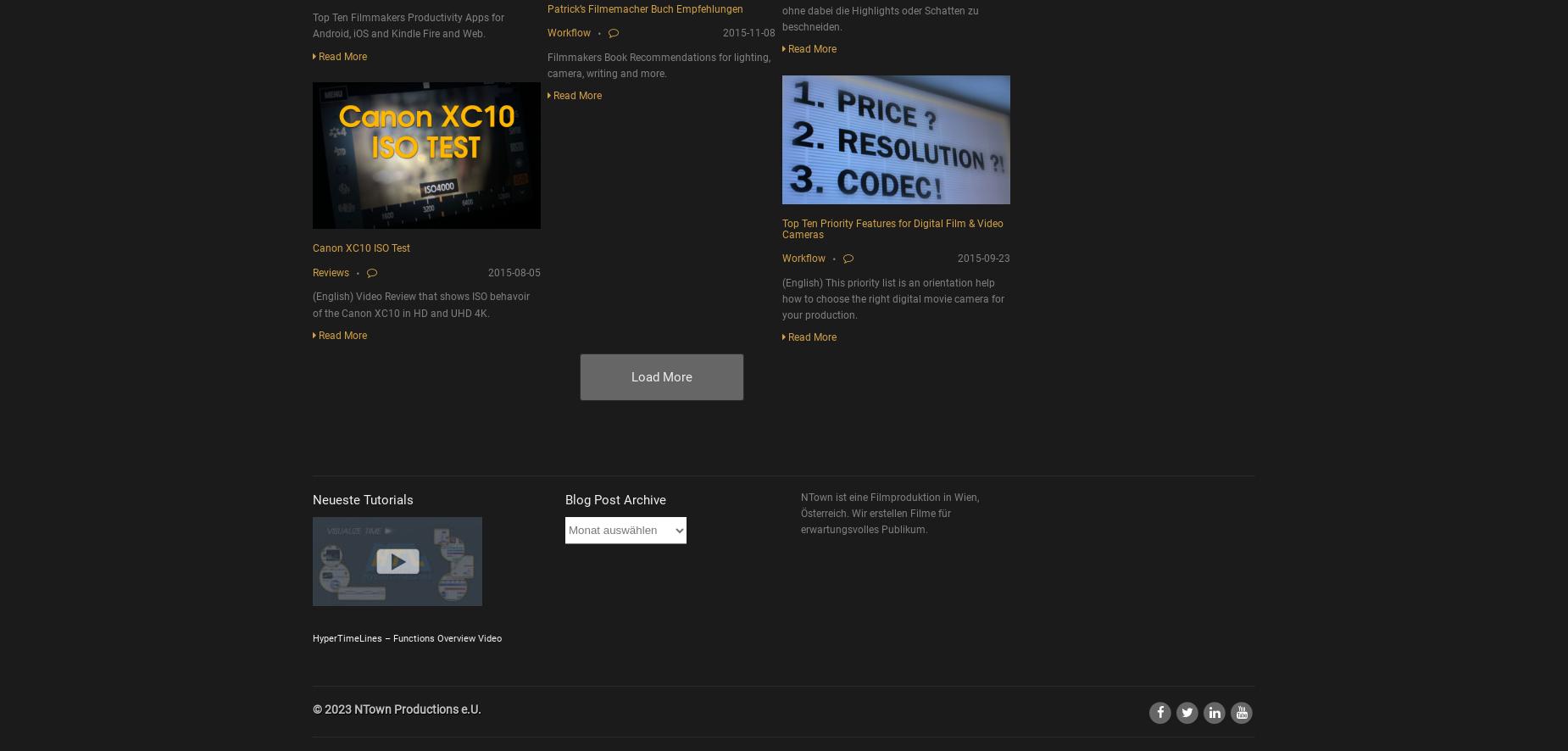  What do you see at coordinates (548, 8) in the screenshot?
I see `'Patrick’s Filmemacher Buch Empfehlungen'` at bounding box center [548, 8].